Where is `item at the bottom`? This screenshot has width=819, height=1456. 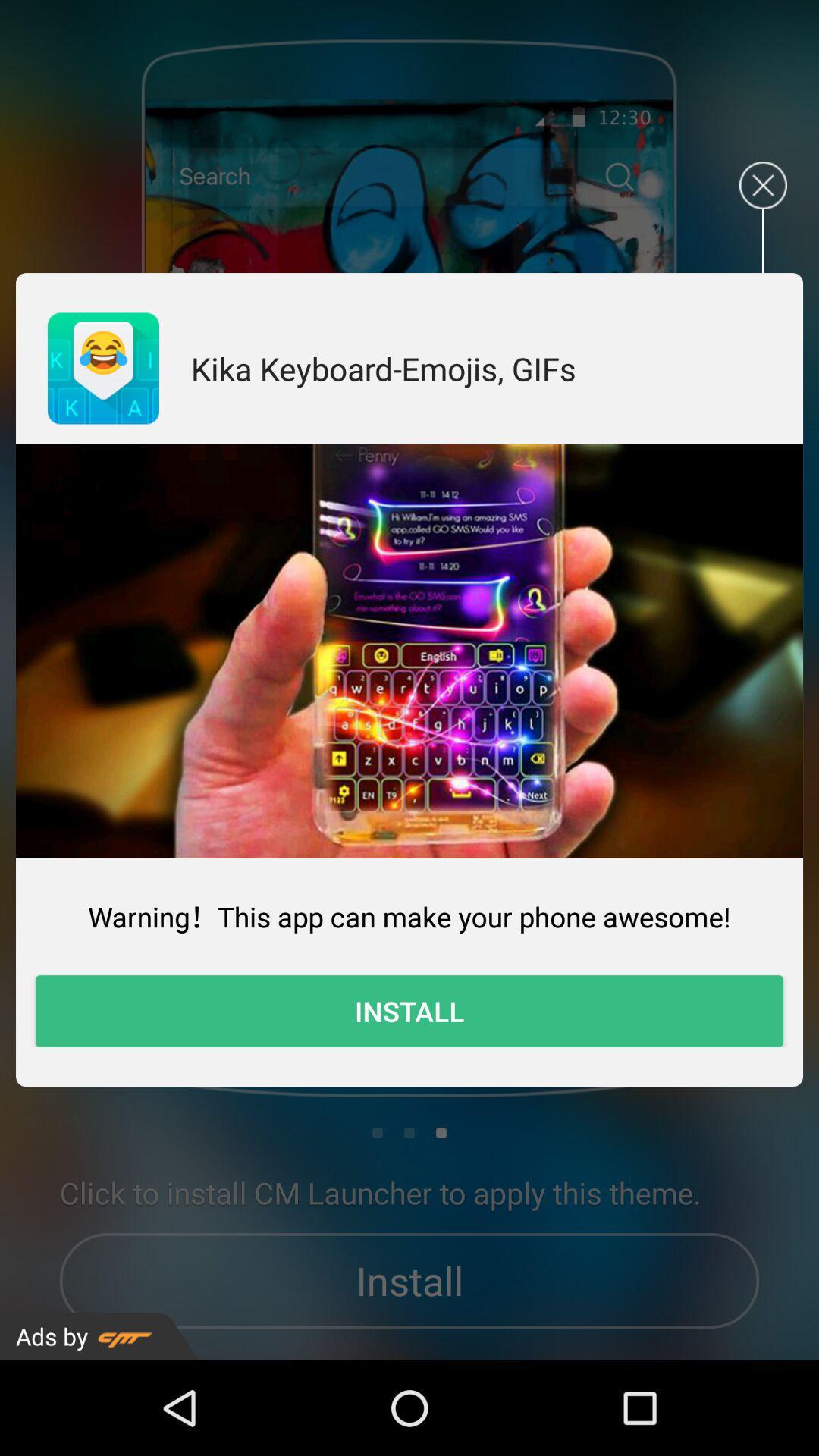 item at the bottom is located at coordinates (409, 1011).